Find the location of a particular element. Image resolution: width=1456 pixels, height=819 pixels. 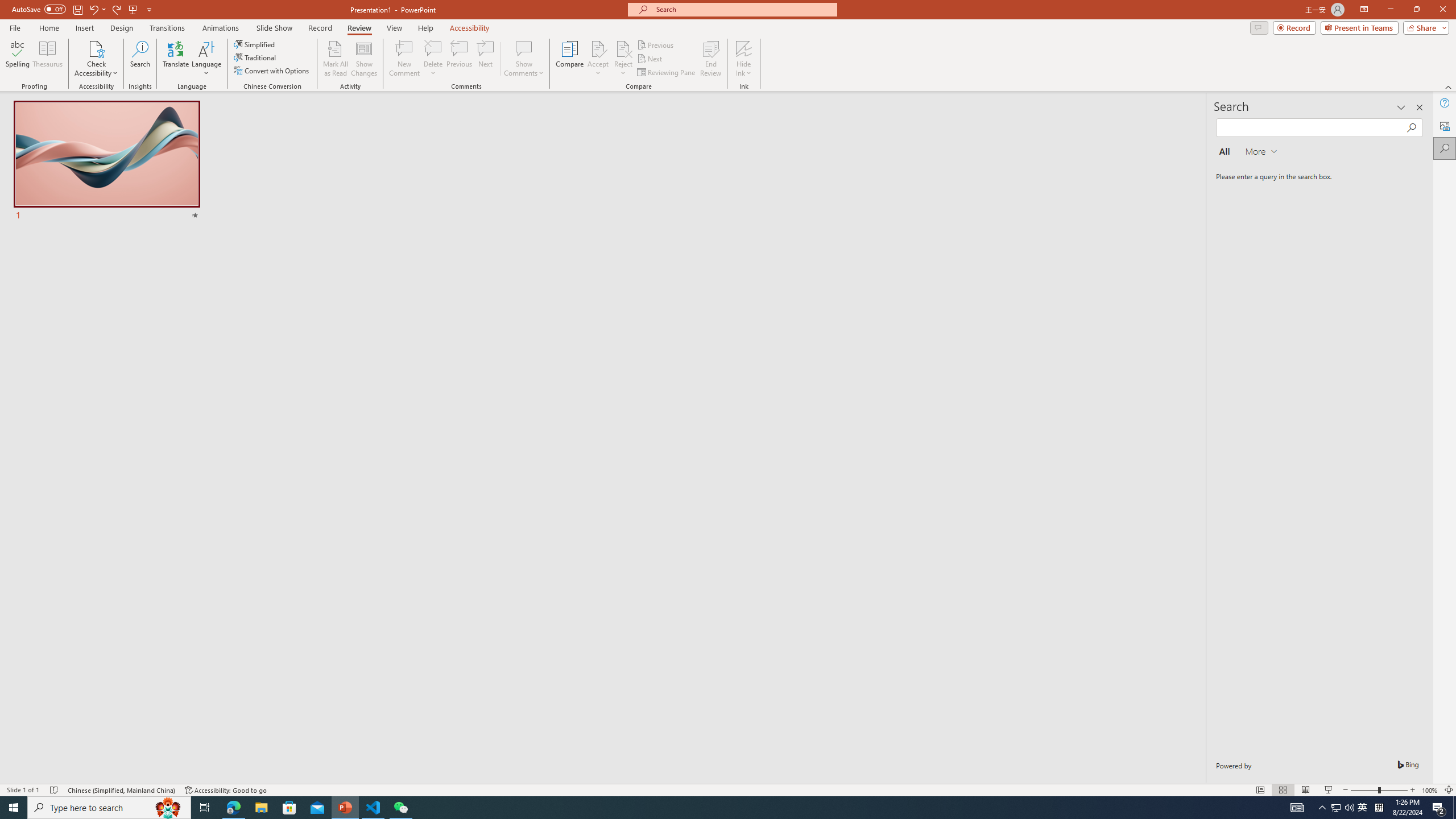

'Alt Text' is located at coordinates (1444, 126).